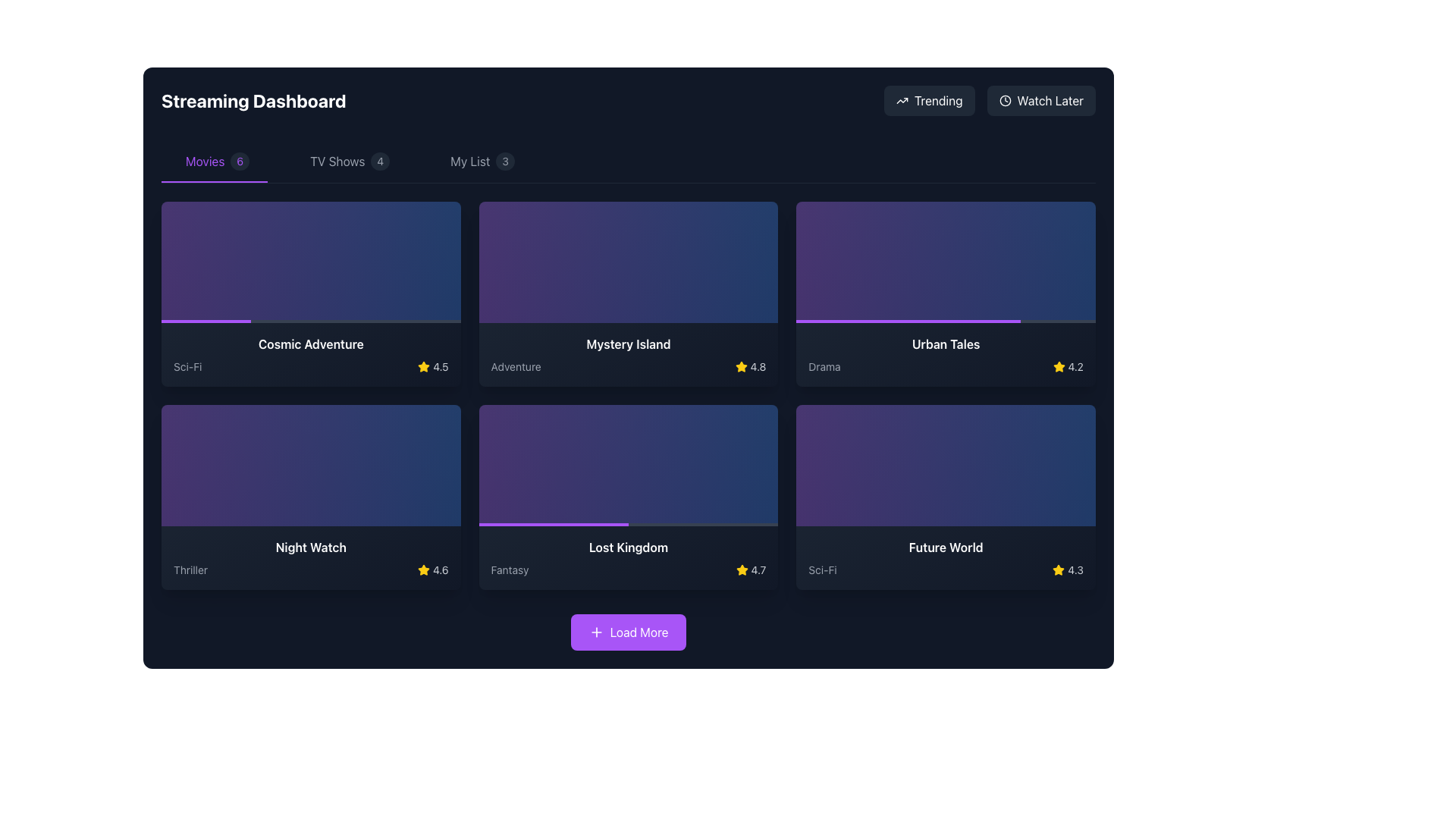 Image resolution: width=1456 pixels, height=819 pixels. Describe the element at coordinates (424, 366) in the screenshot. I see `the star icon with a yellow fill color located in the rating section of the 'Night Watch' card, immediately following the rating value (4.6)` at that location.